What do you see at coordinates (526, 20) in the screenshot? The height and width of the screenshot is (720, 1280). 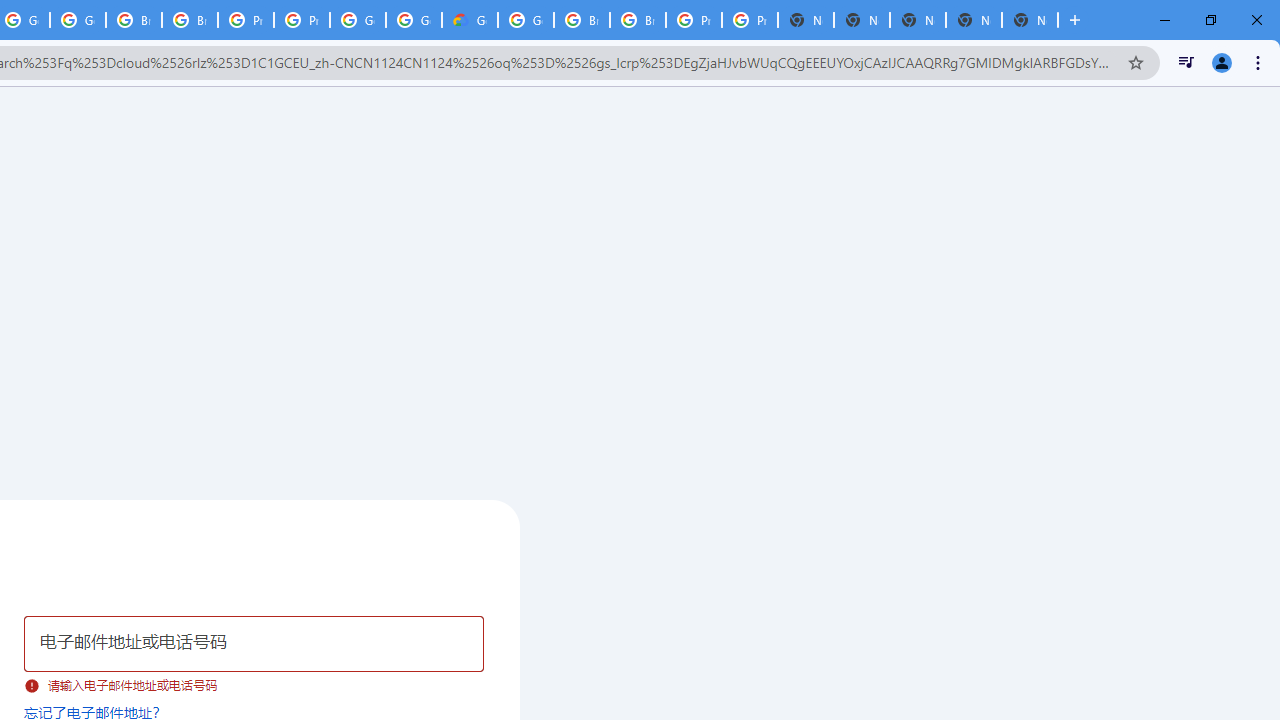 I see `'Google Cloud Platform'` at bounding box center [526, 20].